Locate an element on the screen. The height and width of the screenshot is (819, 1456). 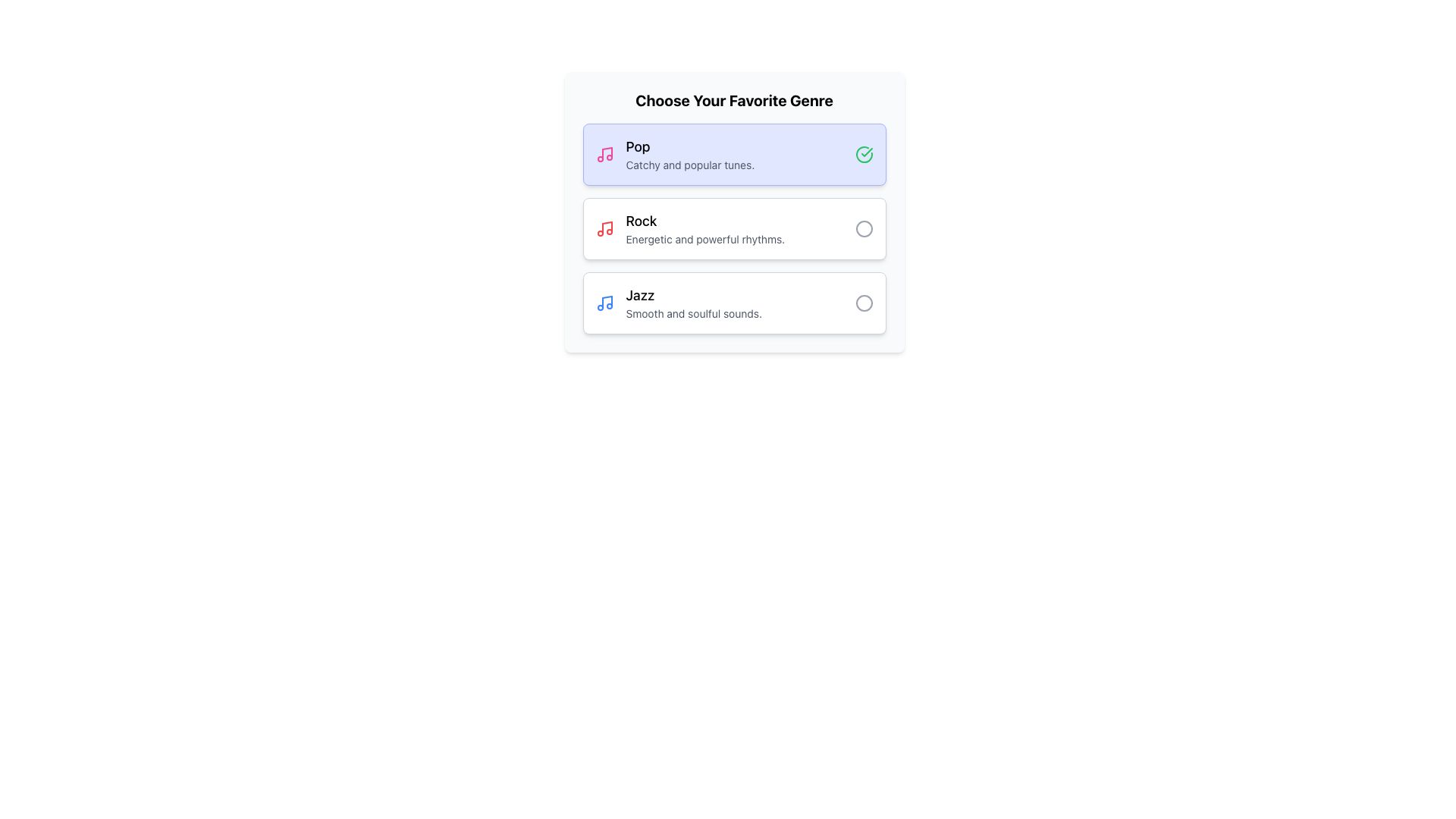
the non-interactive red musical note icon located at the left of the 'Rock' text is located at coordinates (604, 228).